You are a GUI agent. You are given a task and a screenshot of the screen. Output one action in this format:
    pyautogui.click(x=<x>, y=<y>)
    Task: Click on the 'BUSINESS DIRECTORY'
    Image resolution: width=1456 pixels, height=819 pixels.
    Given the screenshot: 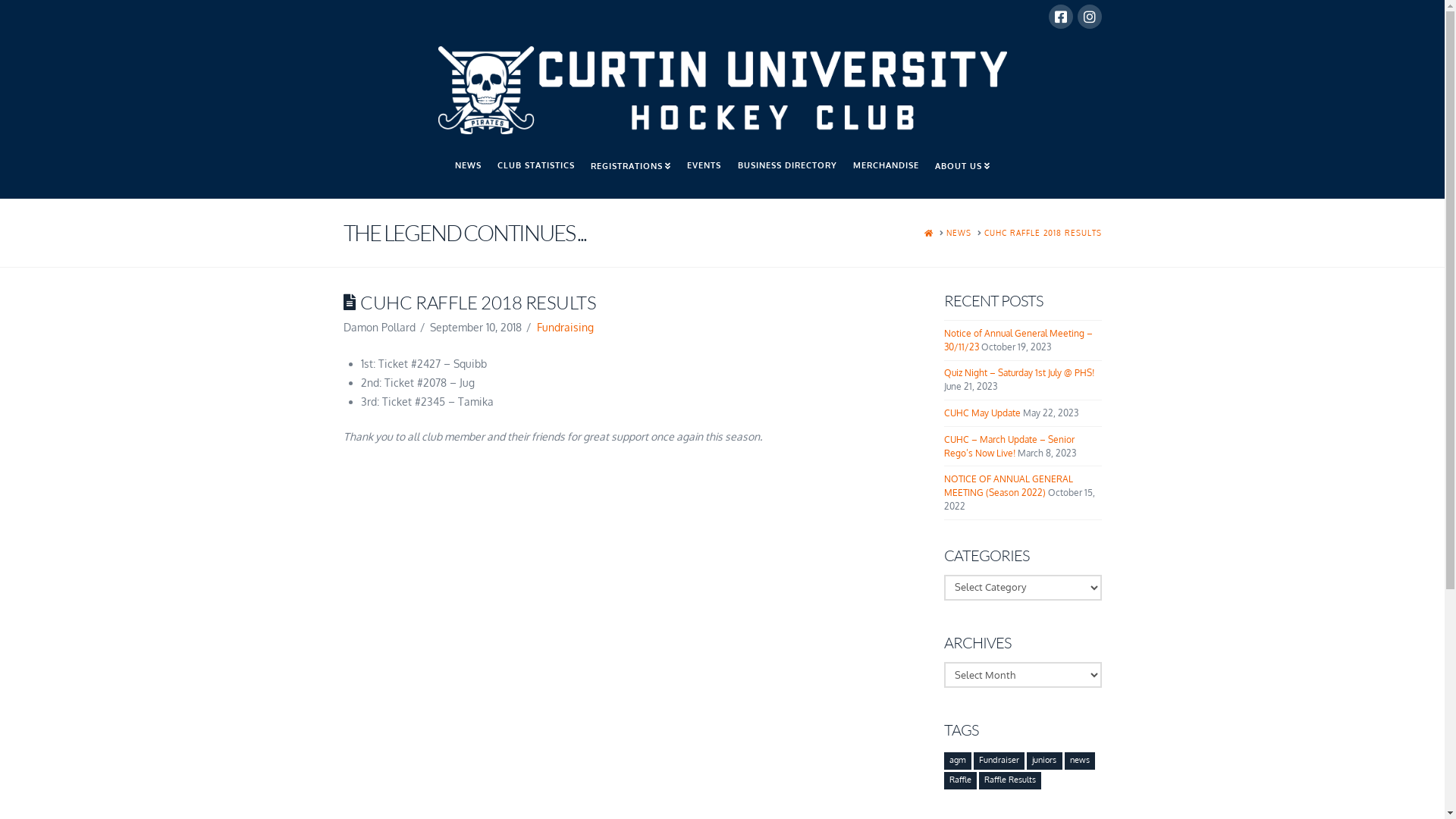 What is the action you would take?
    pyautogui.click(x=786, y=171)
    